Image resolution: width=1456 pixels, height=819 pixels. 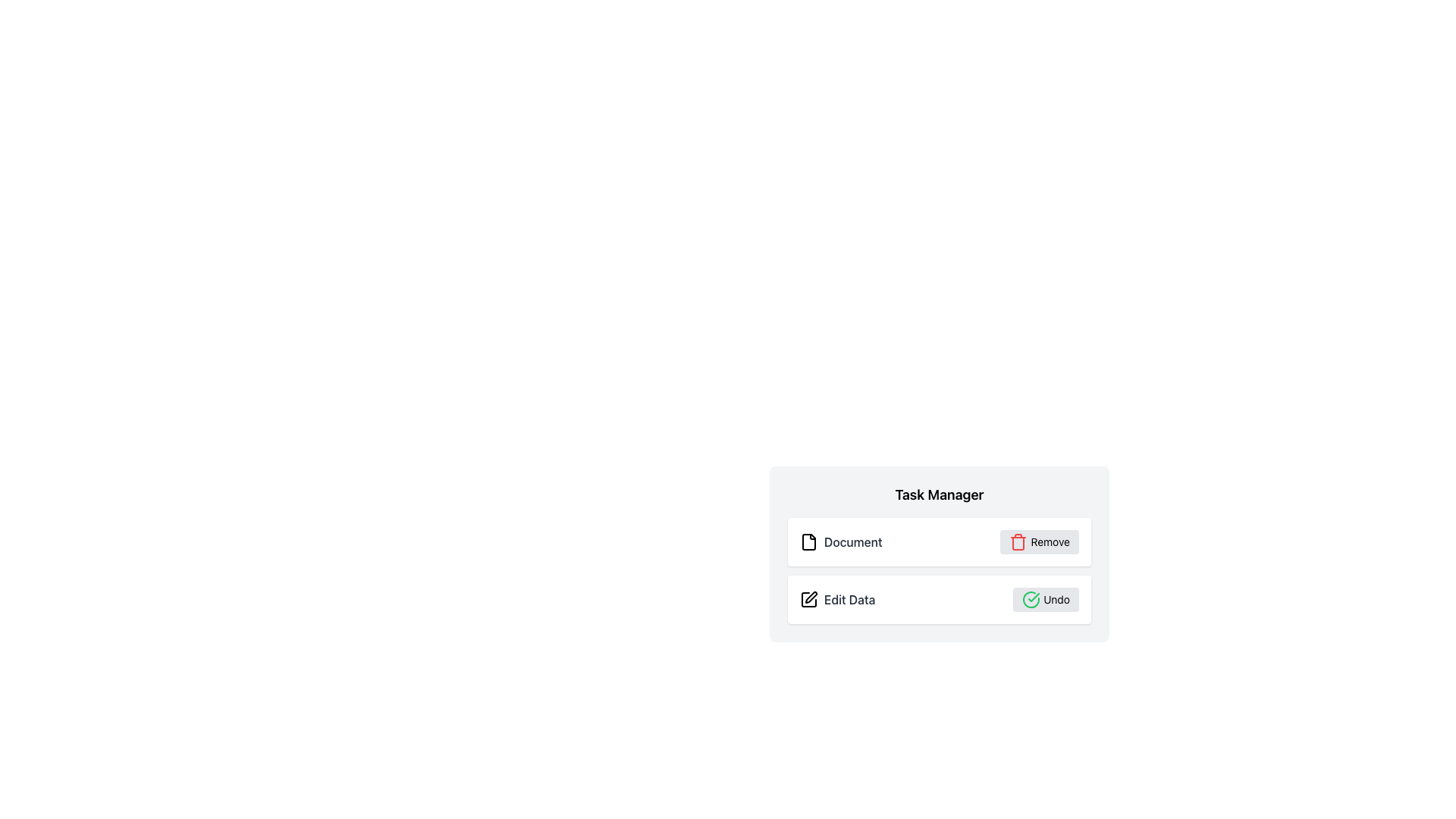 What do you see at coordinates (811, 596) in the screenshot?
I see `the icon representing the 'Edit Data' button located at the bottom row of the Task Manager panel` at bounding box center [811, 596].